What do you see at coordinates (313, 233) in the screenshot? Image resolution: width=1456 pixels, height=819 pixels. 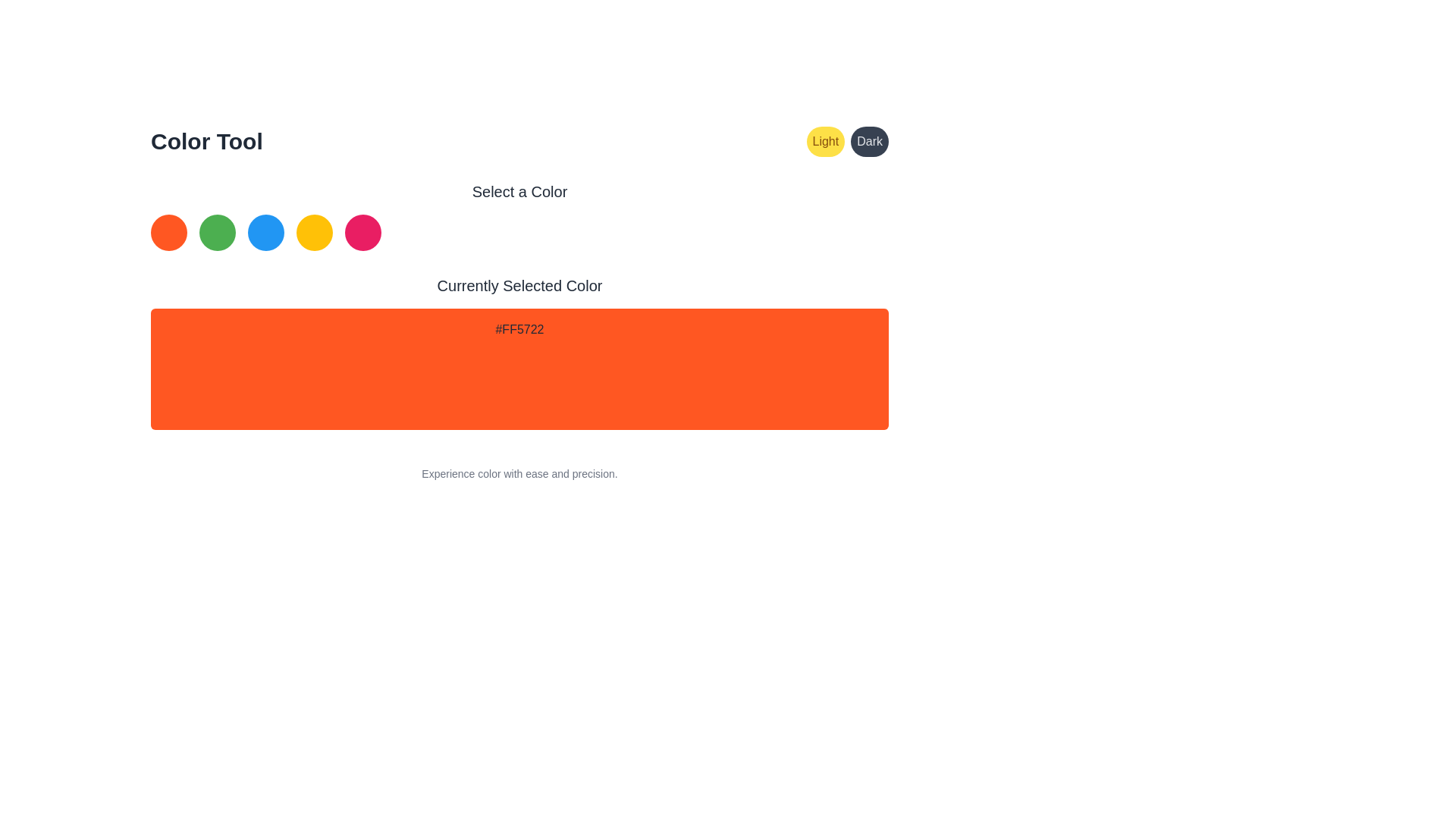 I see `the fourth circular yellow button in the horizontal row of five buttons below the title 'Color Tool'` at bounding box center [313, 233].